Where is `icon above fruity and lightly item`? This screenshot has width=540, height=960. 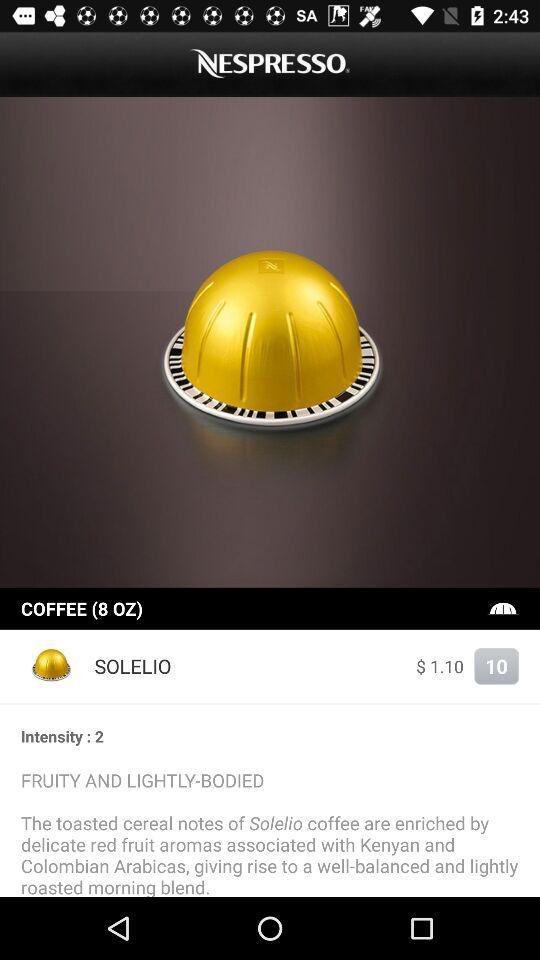
icon above fruity and lightly item is located at coordinates (270, 735).